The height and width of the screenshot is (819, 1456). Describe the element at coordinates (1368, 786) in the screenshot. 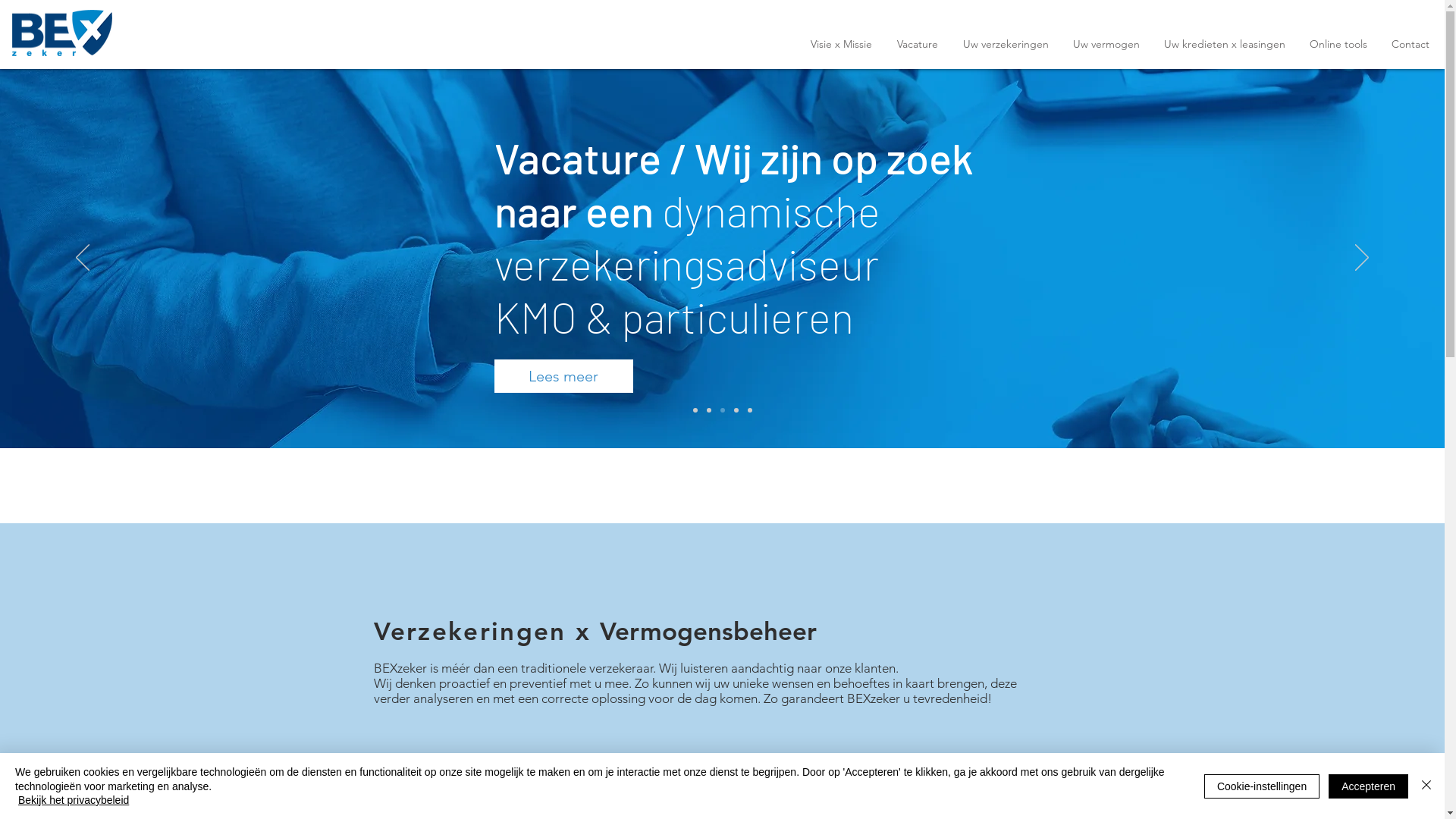

I see `'Accepteren'` at that location.